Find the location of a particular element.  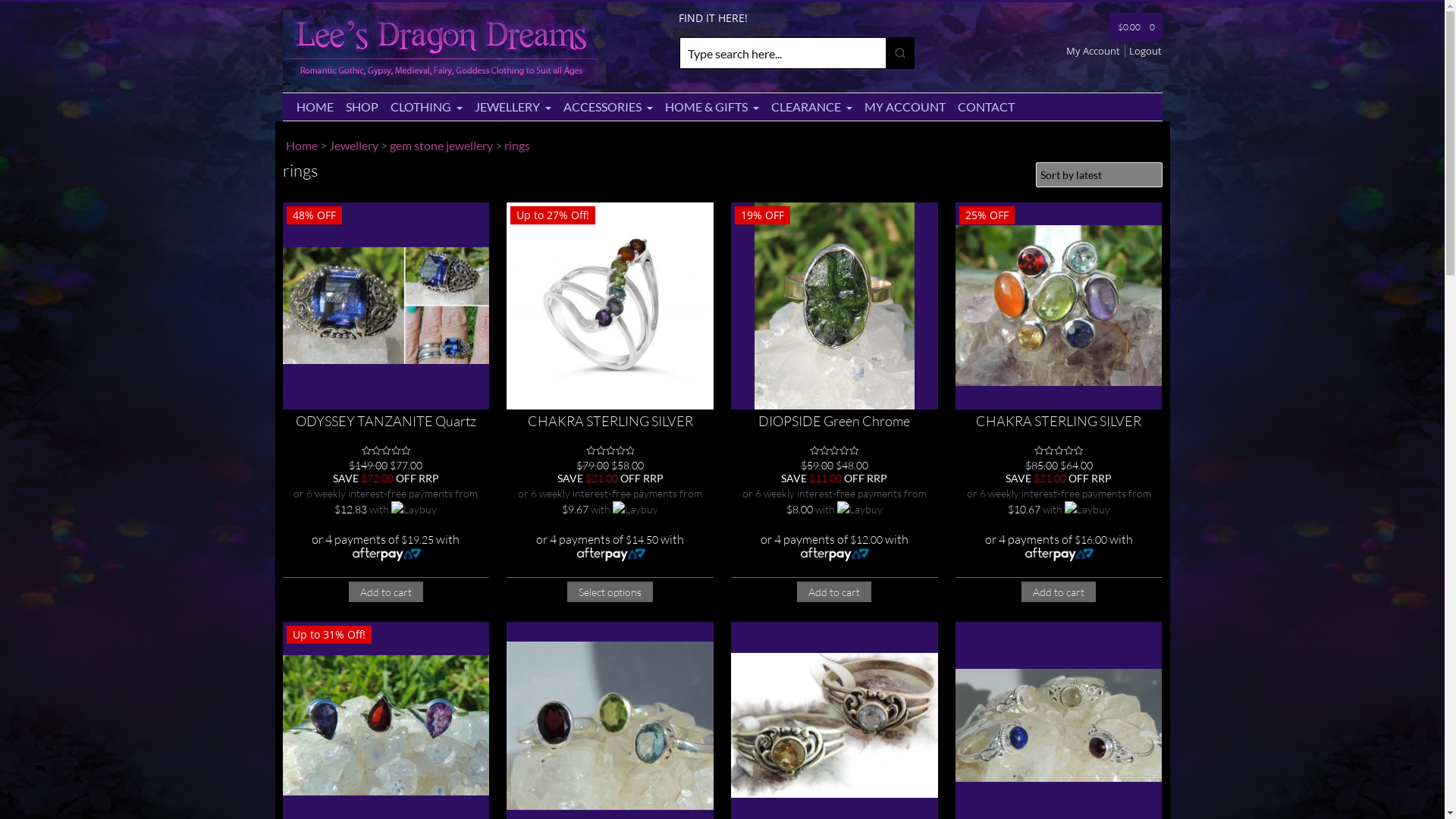

'Jewellery' is located at coordinates (353, 145).